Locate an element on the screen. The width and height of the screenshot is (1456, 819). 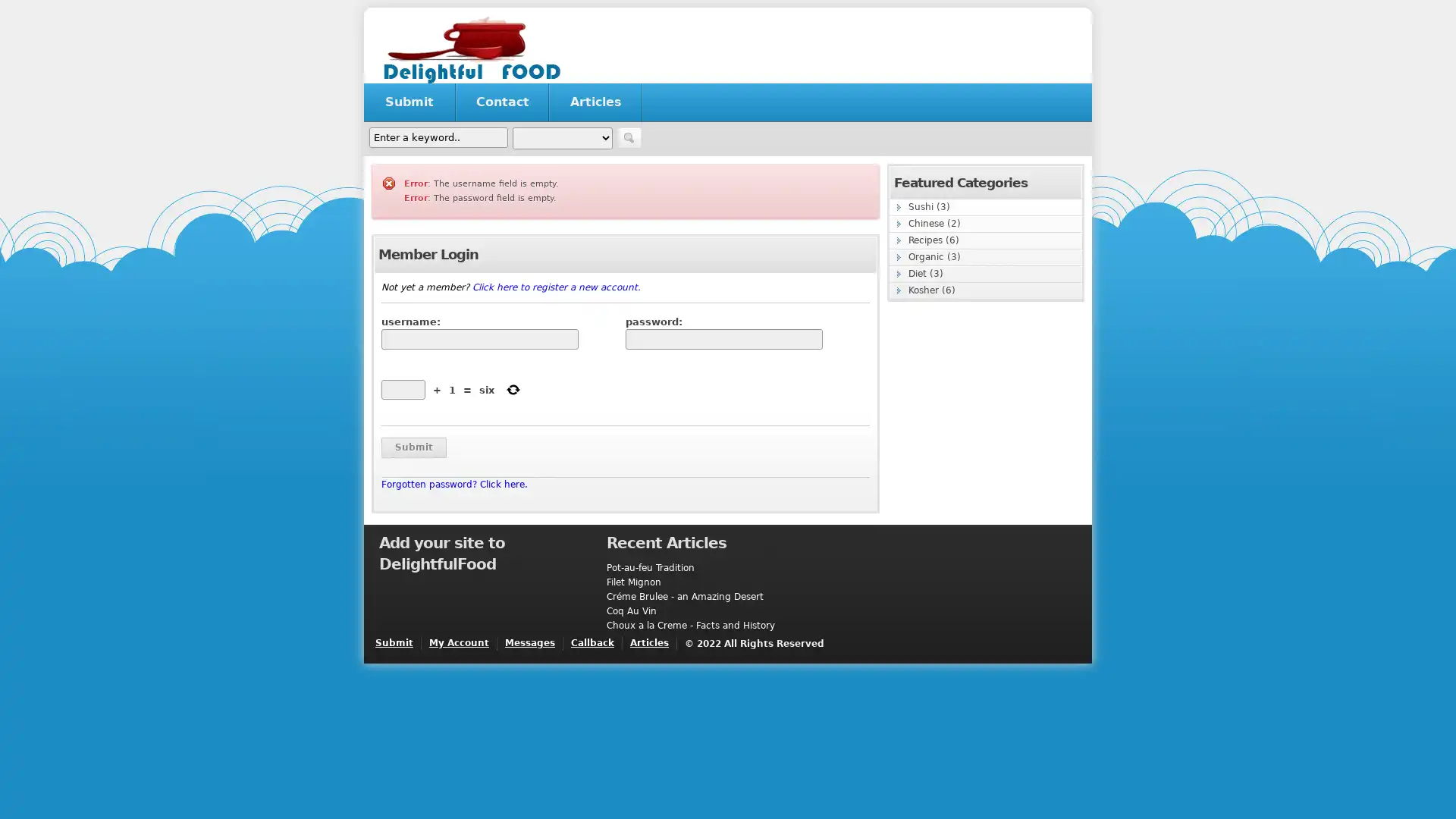
Submit is located at coordinates (414, 447).